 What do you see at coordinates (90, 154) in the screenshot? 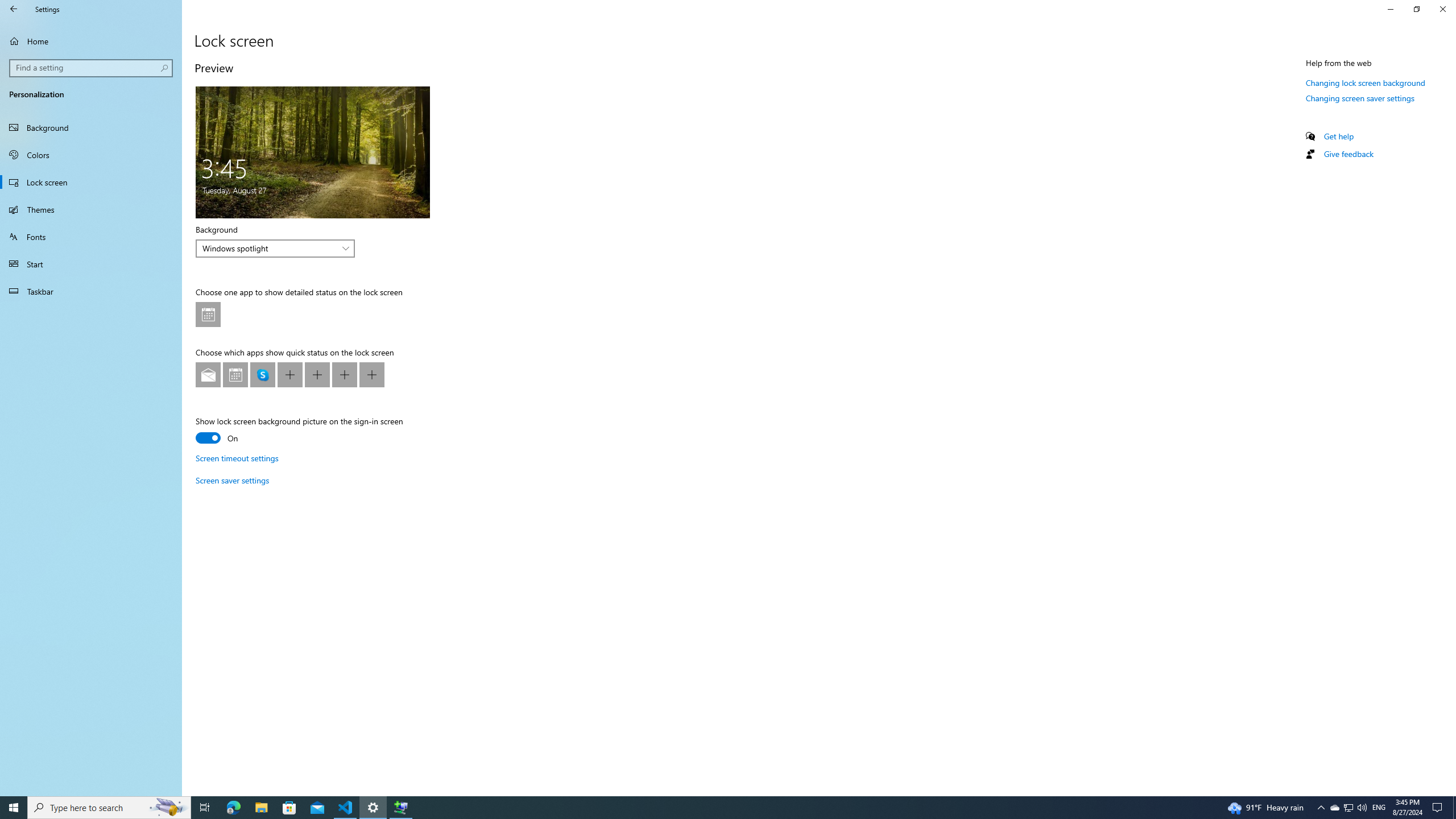
I see `'Colors'` at bounding box center [90, 154].